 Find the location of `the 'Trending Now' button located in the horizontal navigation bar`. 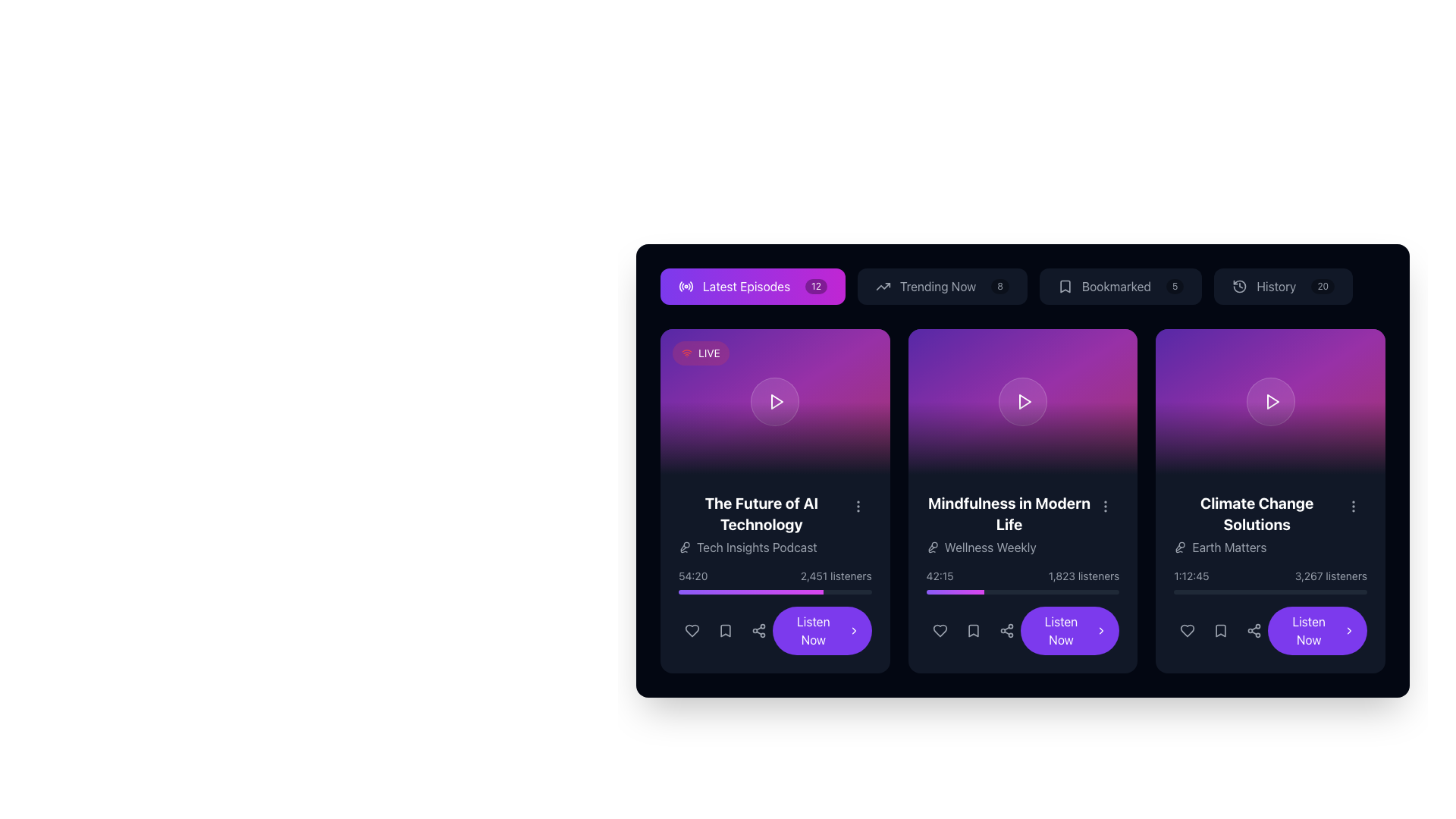

the 'Trending Now' button located in the horizontal navigation bar is located at coordinates (941, 287).